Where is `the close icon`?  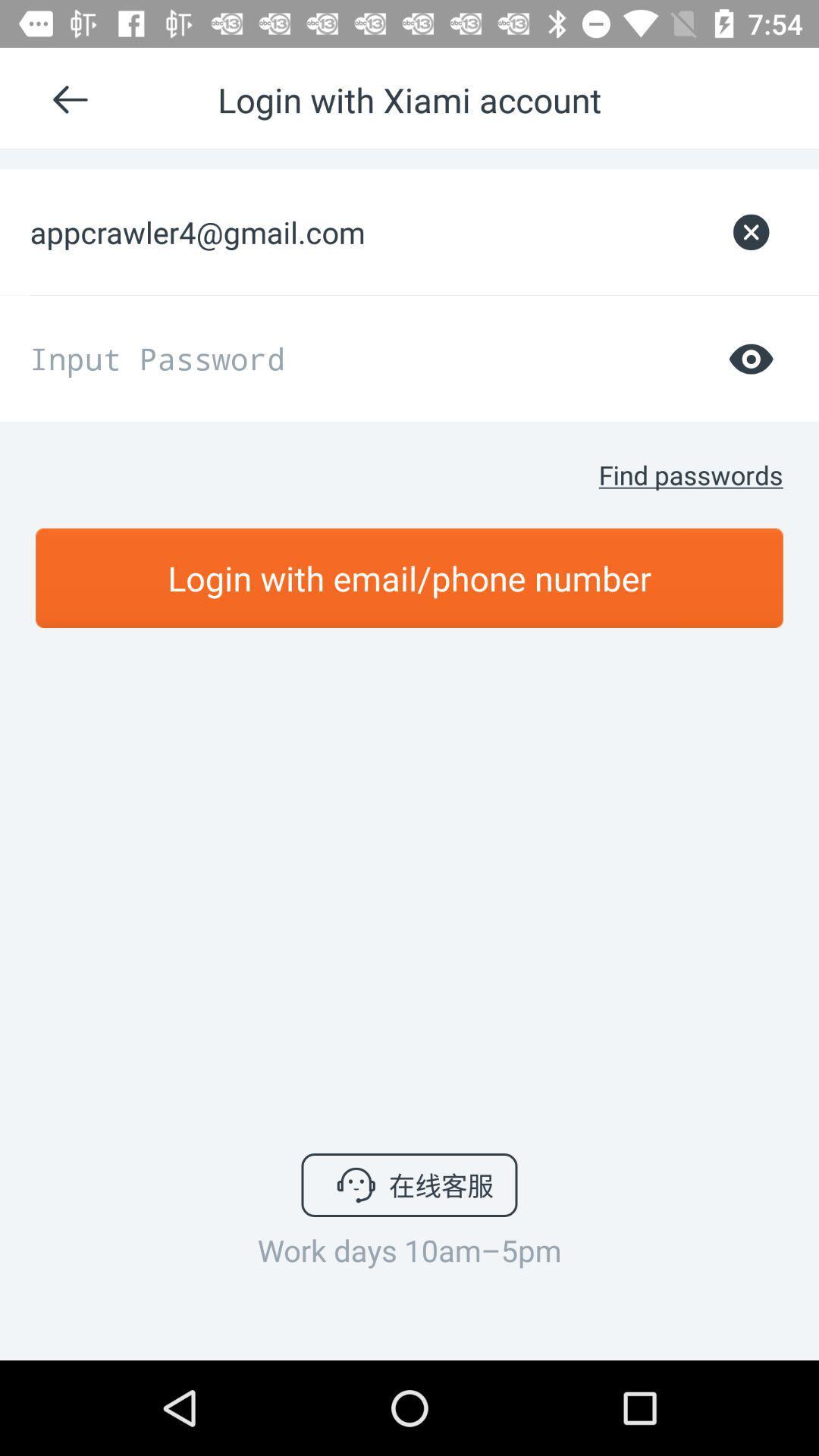
the close icon is located at coordinates (751, 248).